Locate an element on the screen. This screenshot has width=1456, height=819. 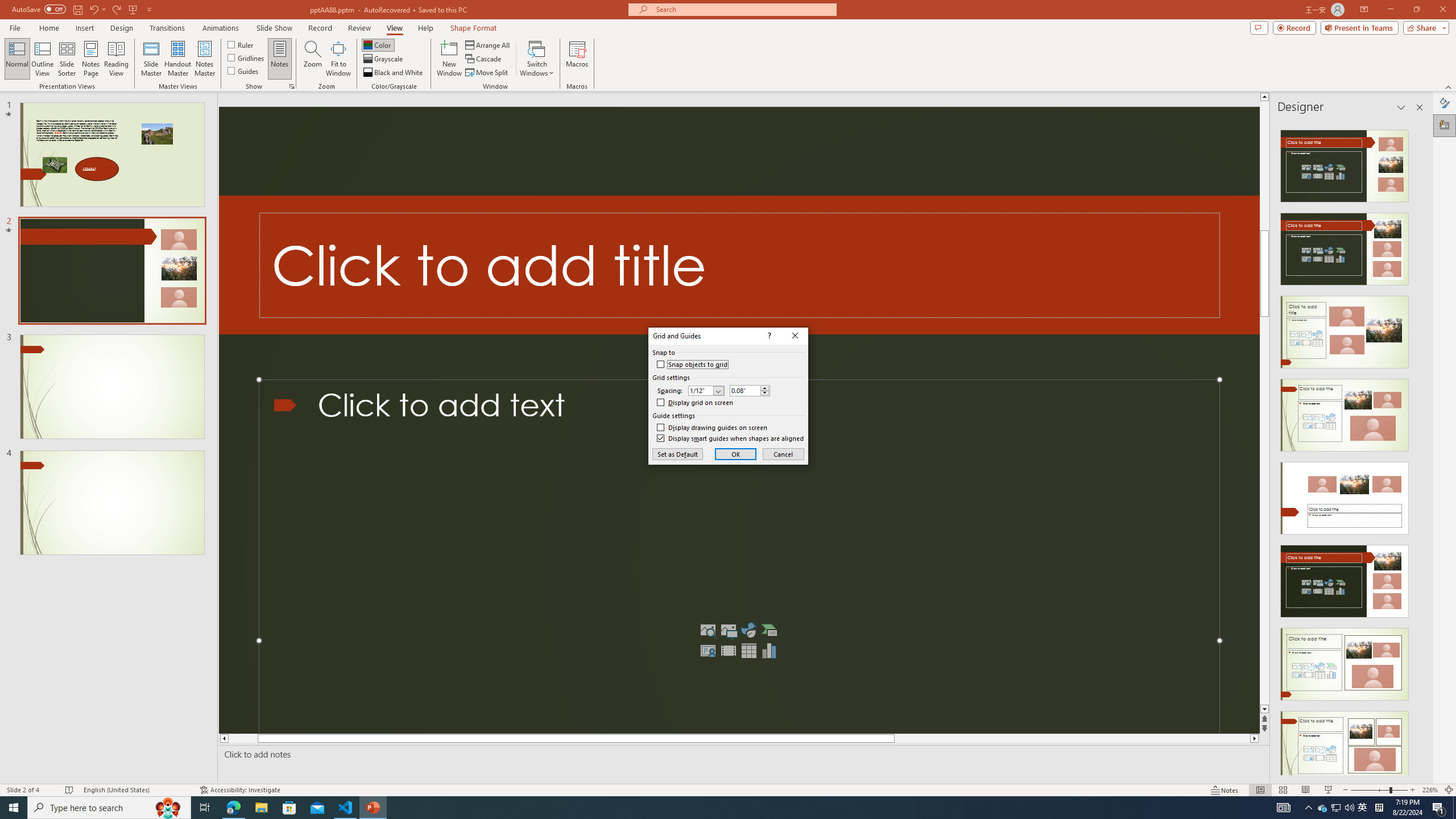
'Microsoft Edge - 1 running window' is located at coordinates (233, 806).